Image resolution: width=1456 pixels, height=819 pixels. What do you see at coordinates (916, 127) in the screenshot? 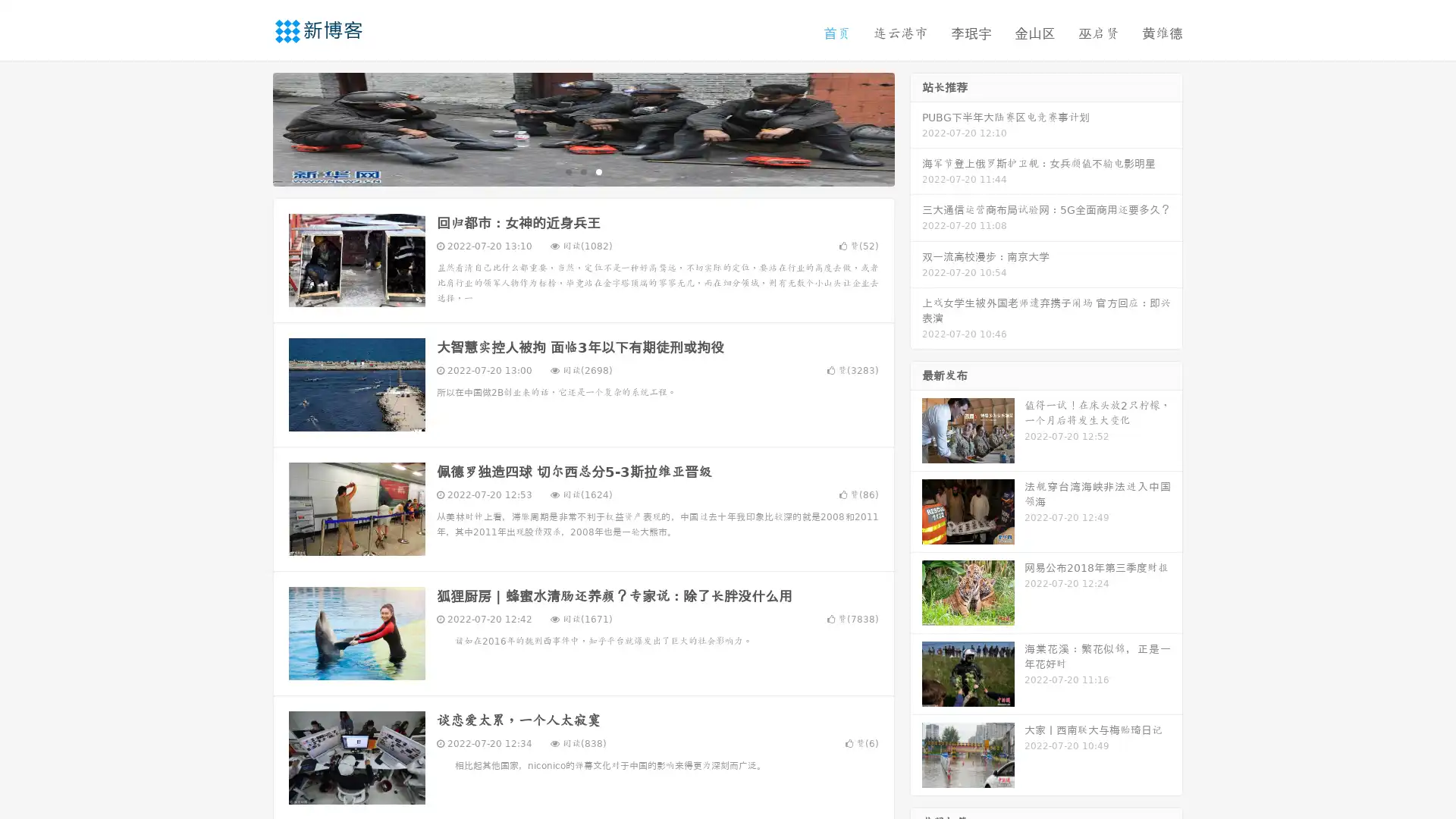
I see `Next slide` at bounding box center [916, 127].